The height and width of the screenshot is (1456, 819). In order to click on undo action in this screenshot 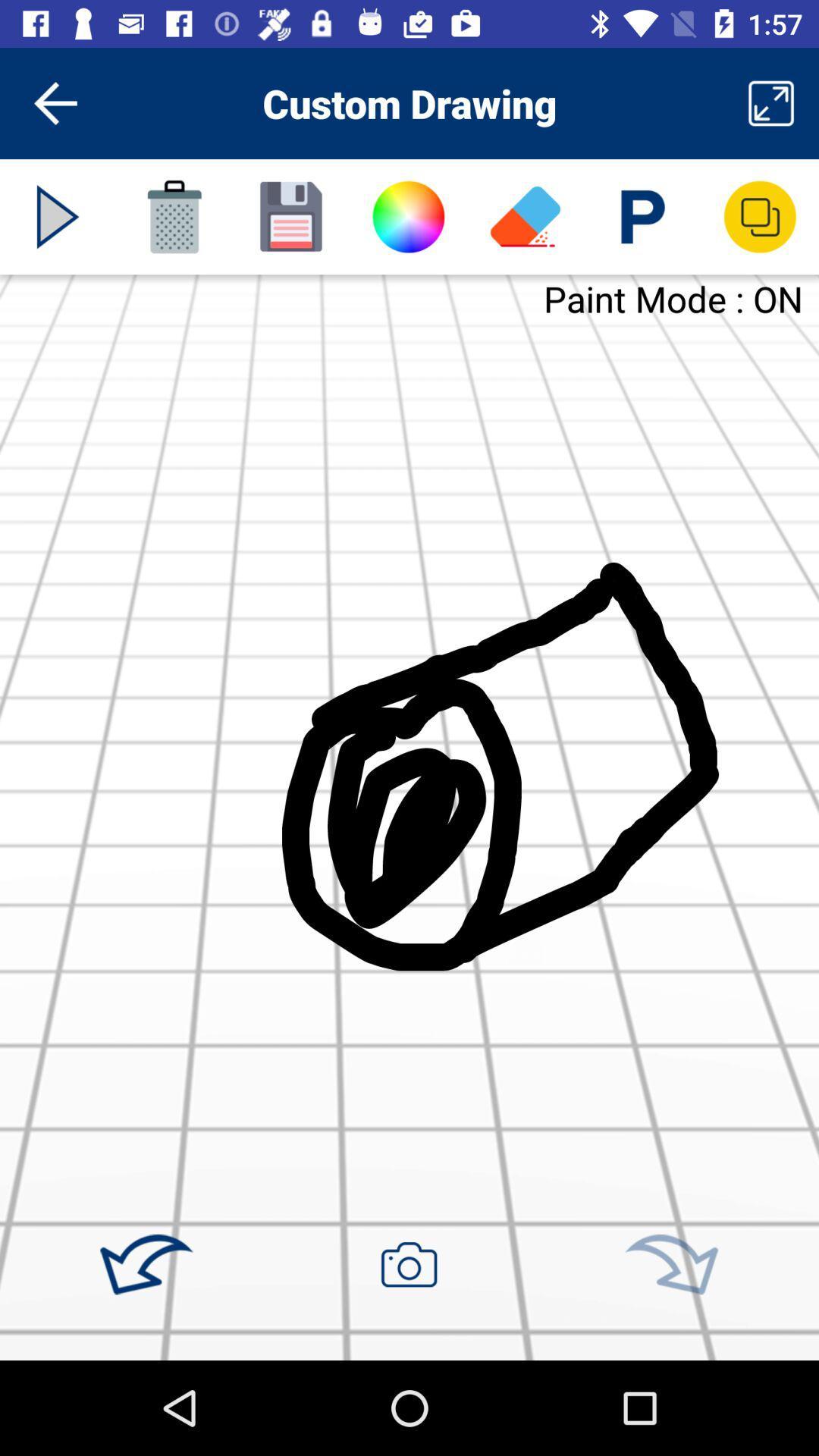, I will do `click(146, 1265)`.